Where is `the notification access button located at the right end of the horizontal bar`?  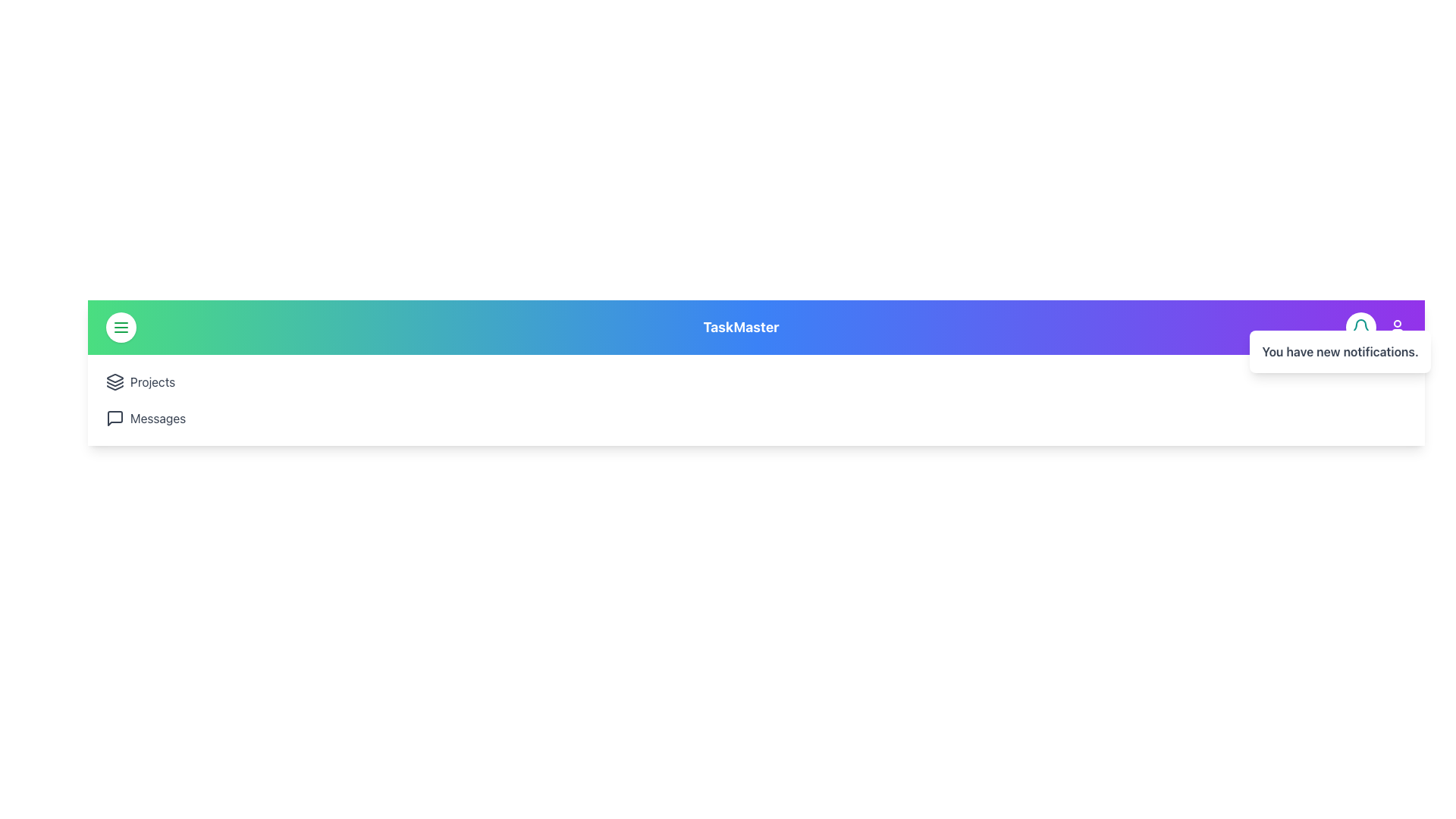 the notification access button located at the right end of the horizontal bar is located at coordinates (1361, 327).